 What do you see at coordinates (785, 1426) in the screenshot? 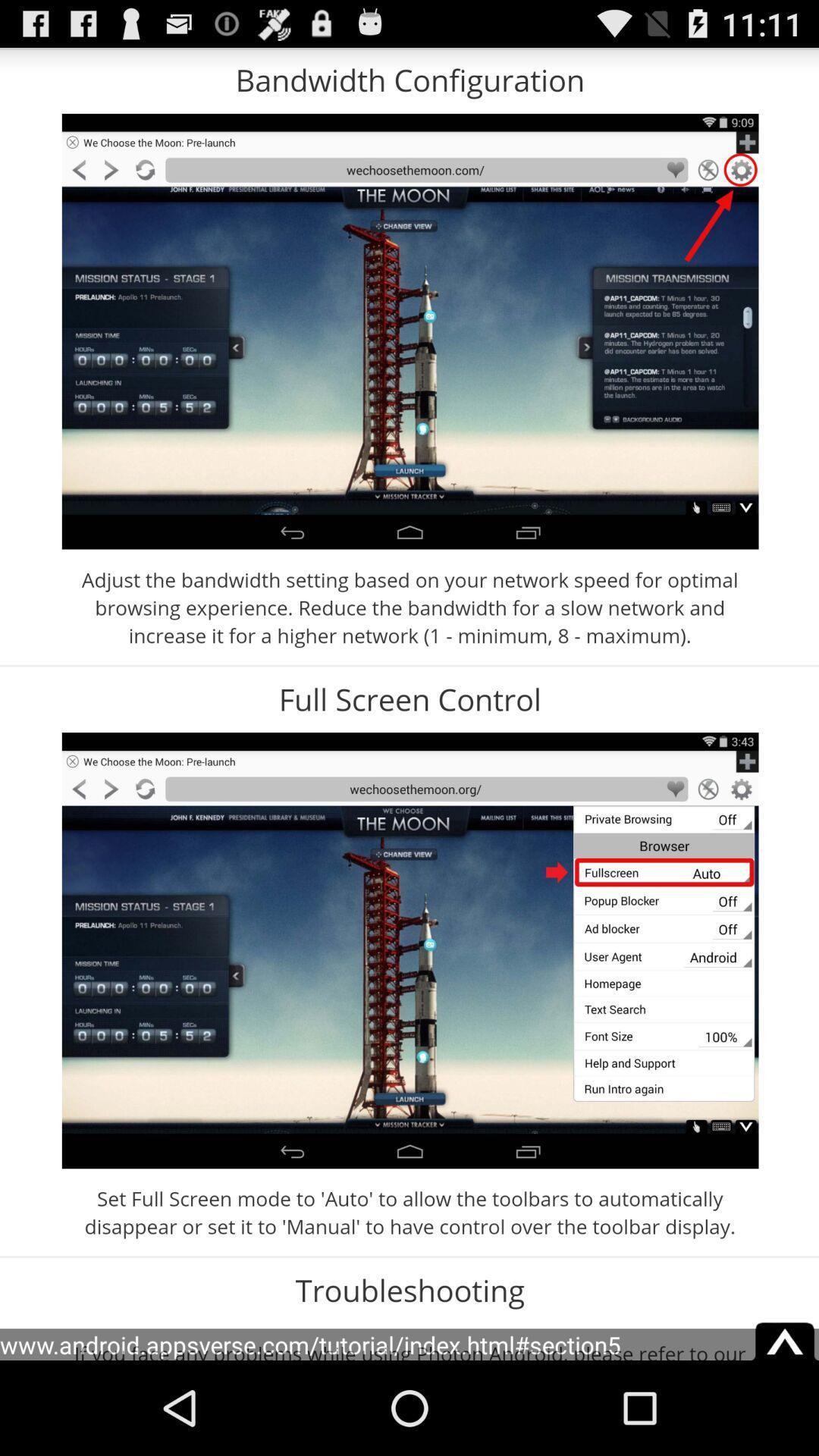
I see `the expand_less icon` at bounding box center [785, 1426].